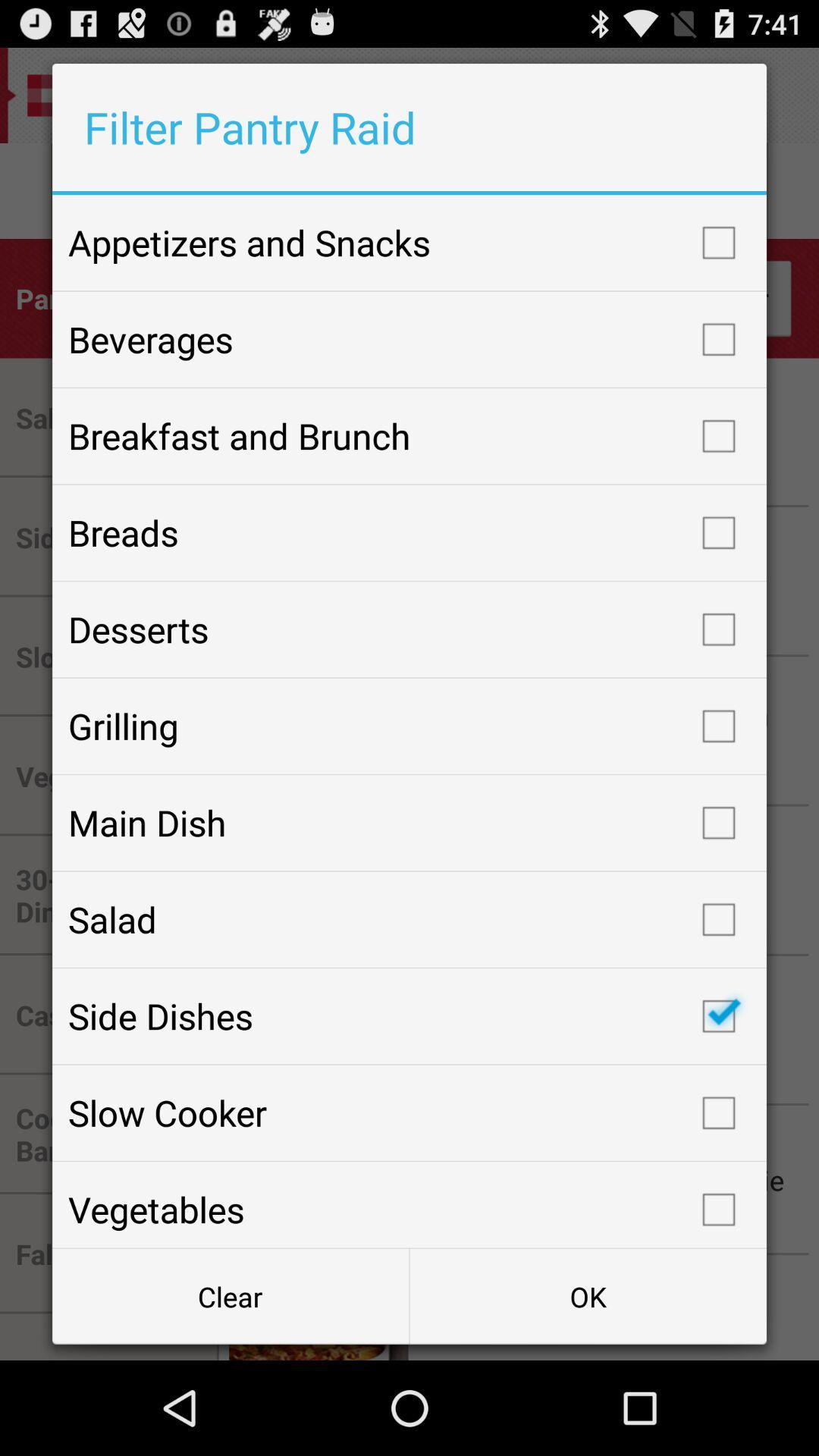 This screenshot has width=819, height=1456. Describe the element at coordinates (409, 1016) in the screenshot. I see `the icon above slow cooker checkbox` at that location.